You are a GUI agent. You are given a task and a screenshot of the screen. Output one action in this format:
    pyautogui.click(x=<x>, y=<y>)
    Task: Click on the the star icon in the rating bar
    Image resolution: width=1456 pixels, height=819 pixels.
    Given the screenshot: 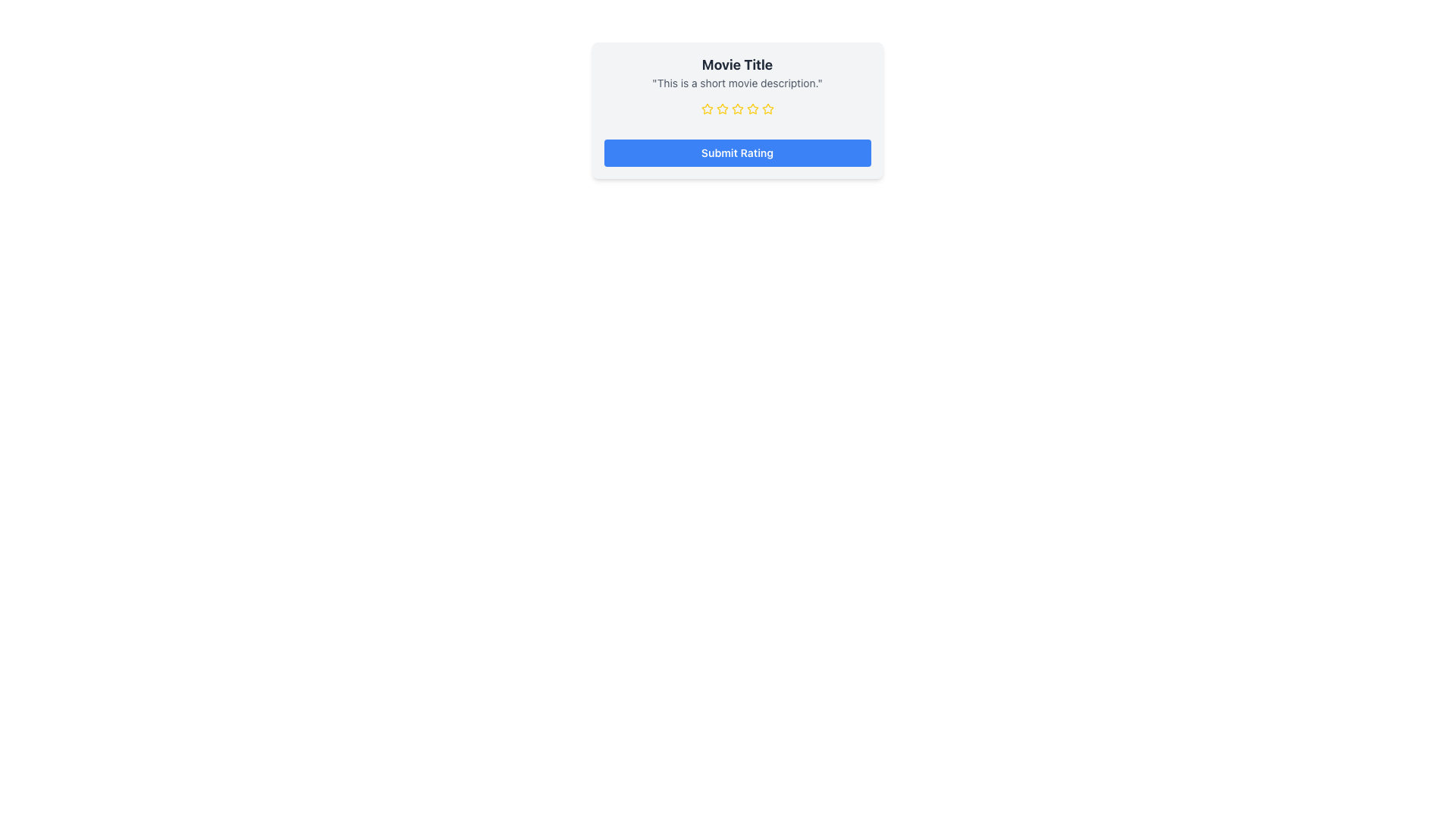 What is the action you would take?
    pyautogui.click(x=737, y=108)
    